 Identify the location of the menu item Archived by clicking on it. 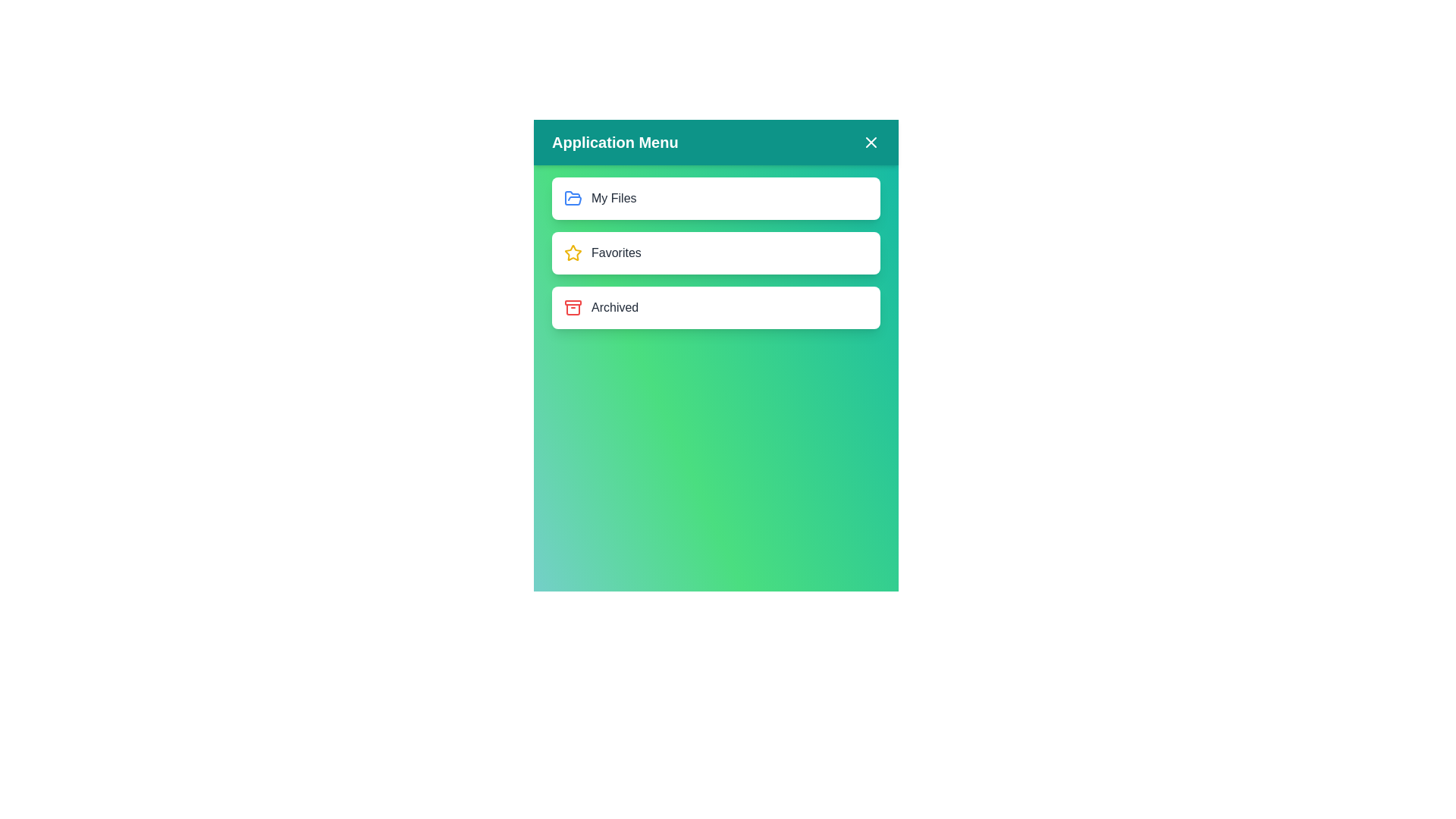
(715, 307).